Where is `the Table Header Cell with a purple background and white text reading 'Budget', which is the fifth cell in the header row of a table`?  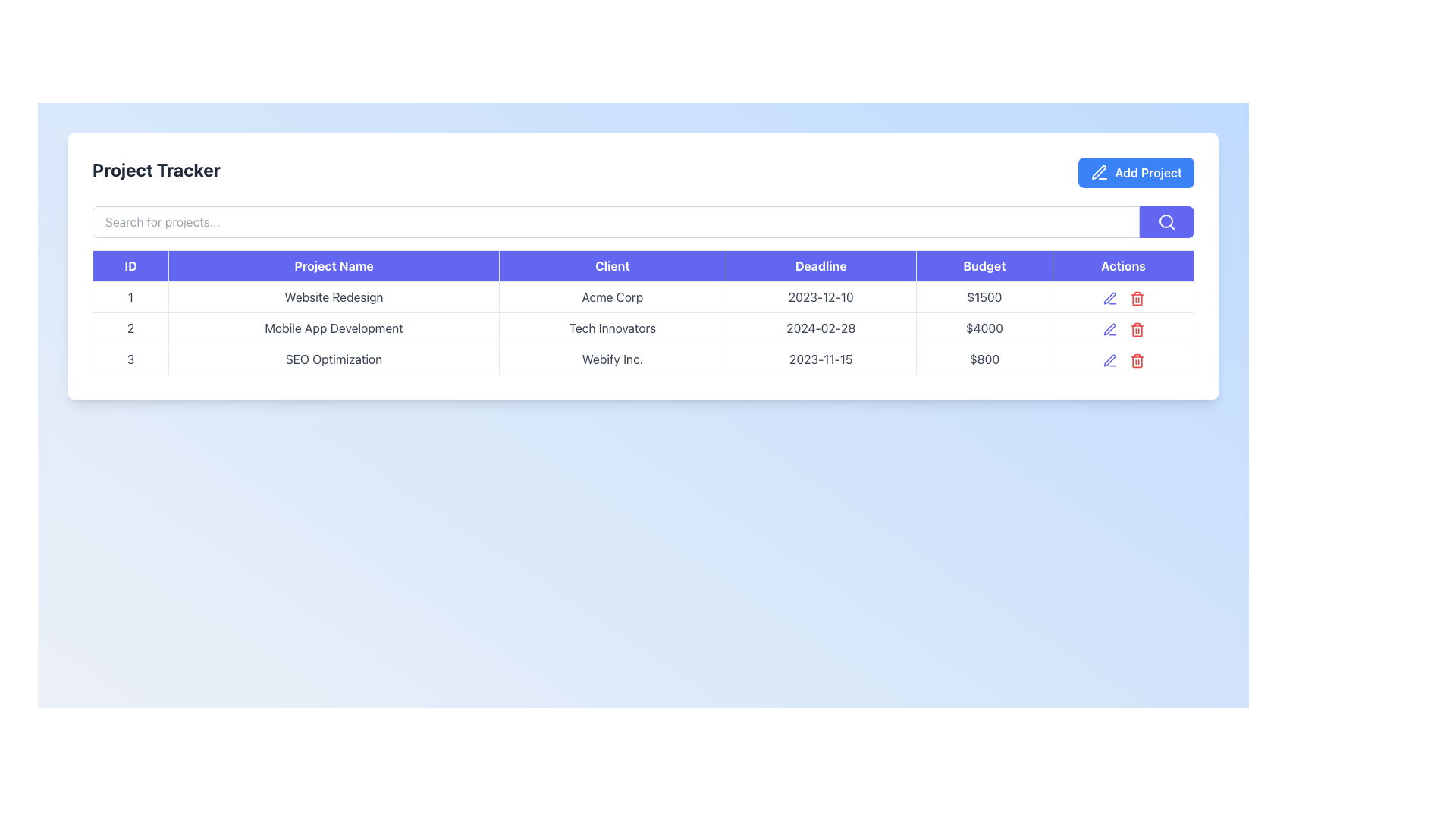
the Table Header Cell with a purple background and white text reading 'Budget', which is the fifth cell in the header row of a table is located at coordinates (984, 265).